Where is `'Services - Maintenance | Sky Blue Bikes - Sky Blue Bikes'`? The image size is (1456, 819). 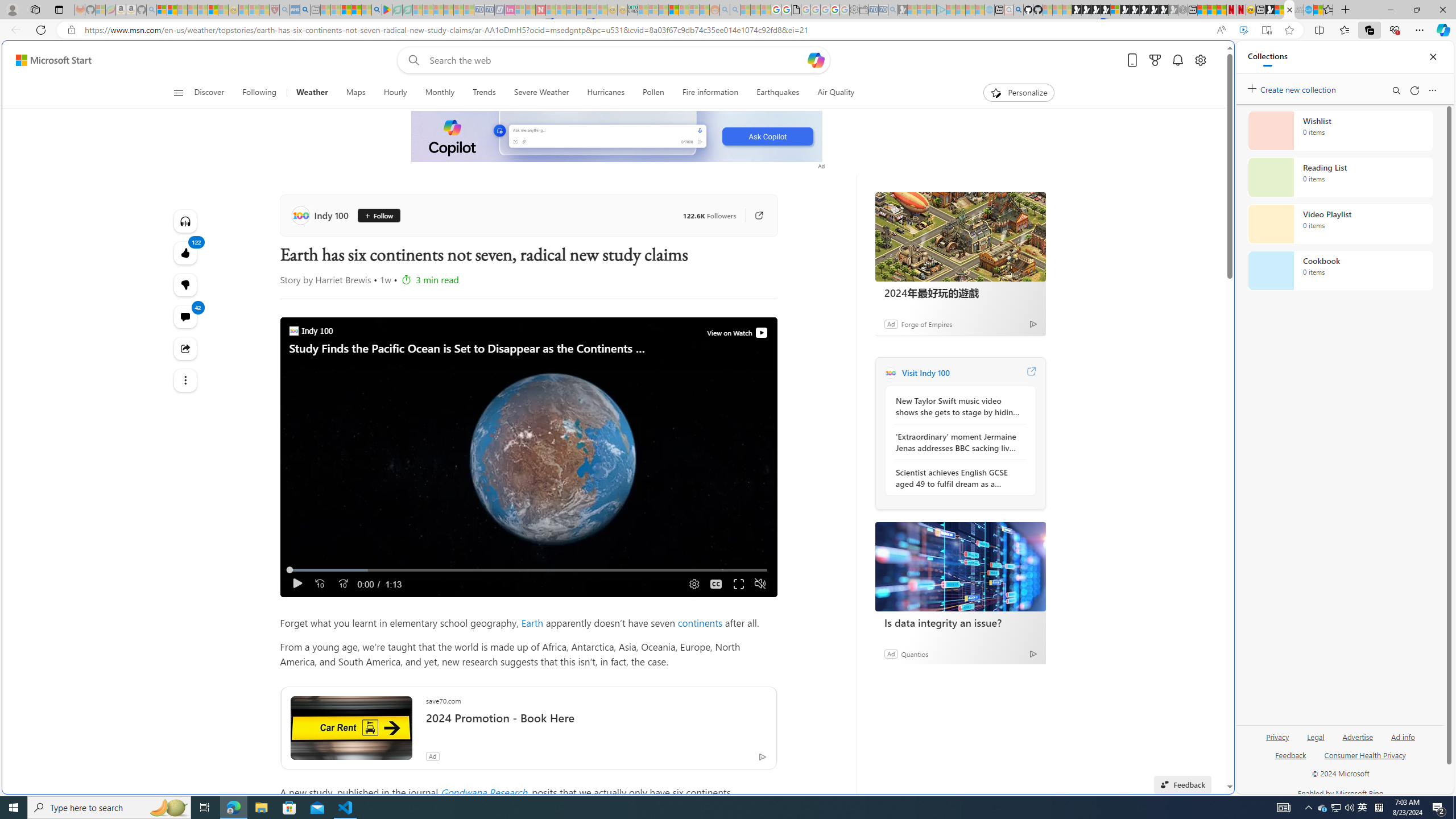 'Services - Maintenance | Sky Blue Bikes - Sky Blue Bikes' is located at coordinates (1308, 9).